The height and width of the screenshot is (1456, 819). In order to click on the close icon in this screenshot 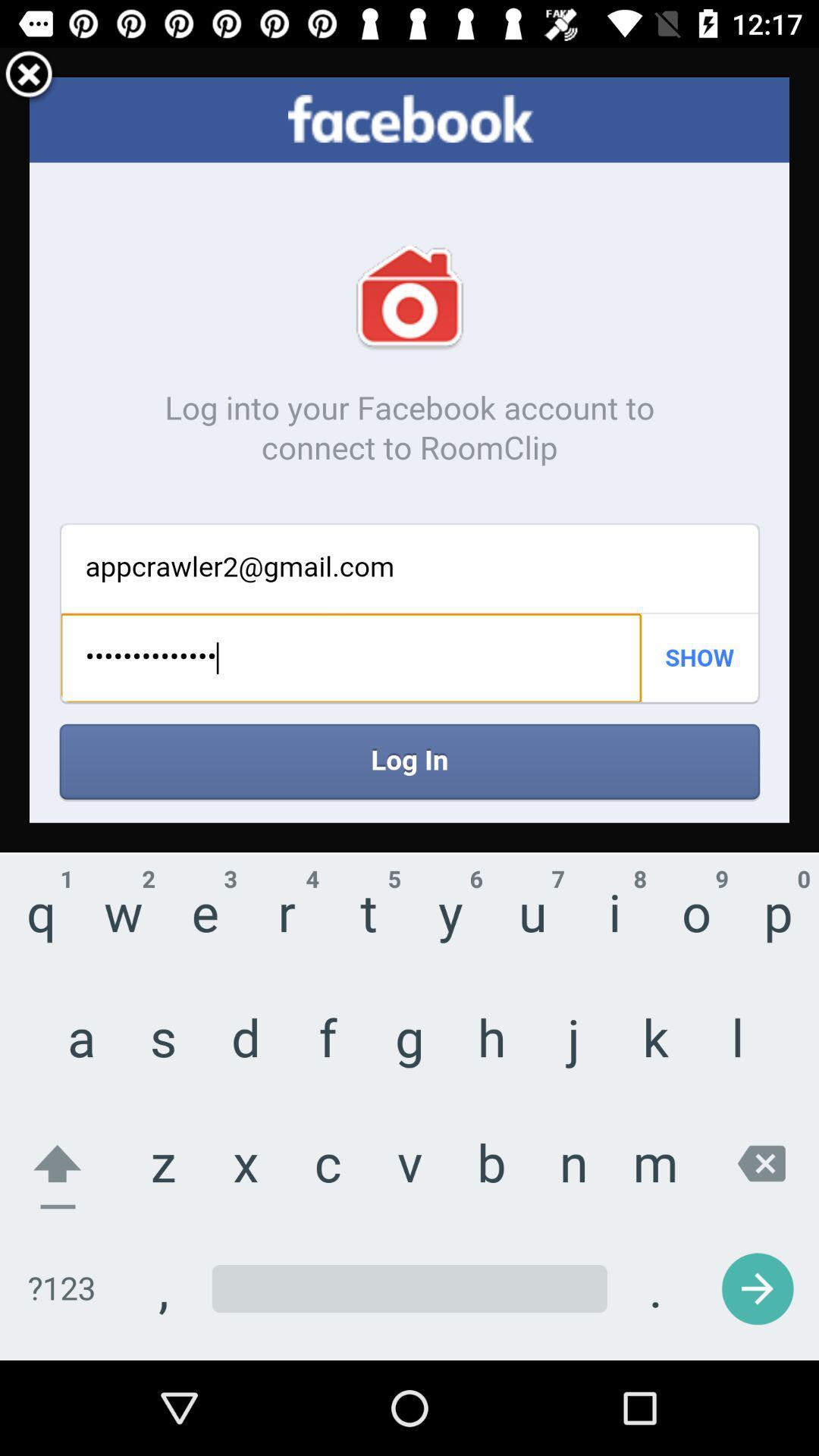, I will do `click(29, 81)`.